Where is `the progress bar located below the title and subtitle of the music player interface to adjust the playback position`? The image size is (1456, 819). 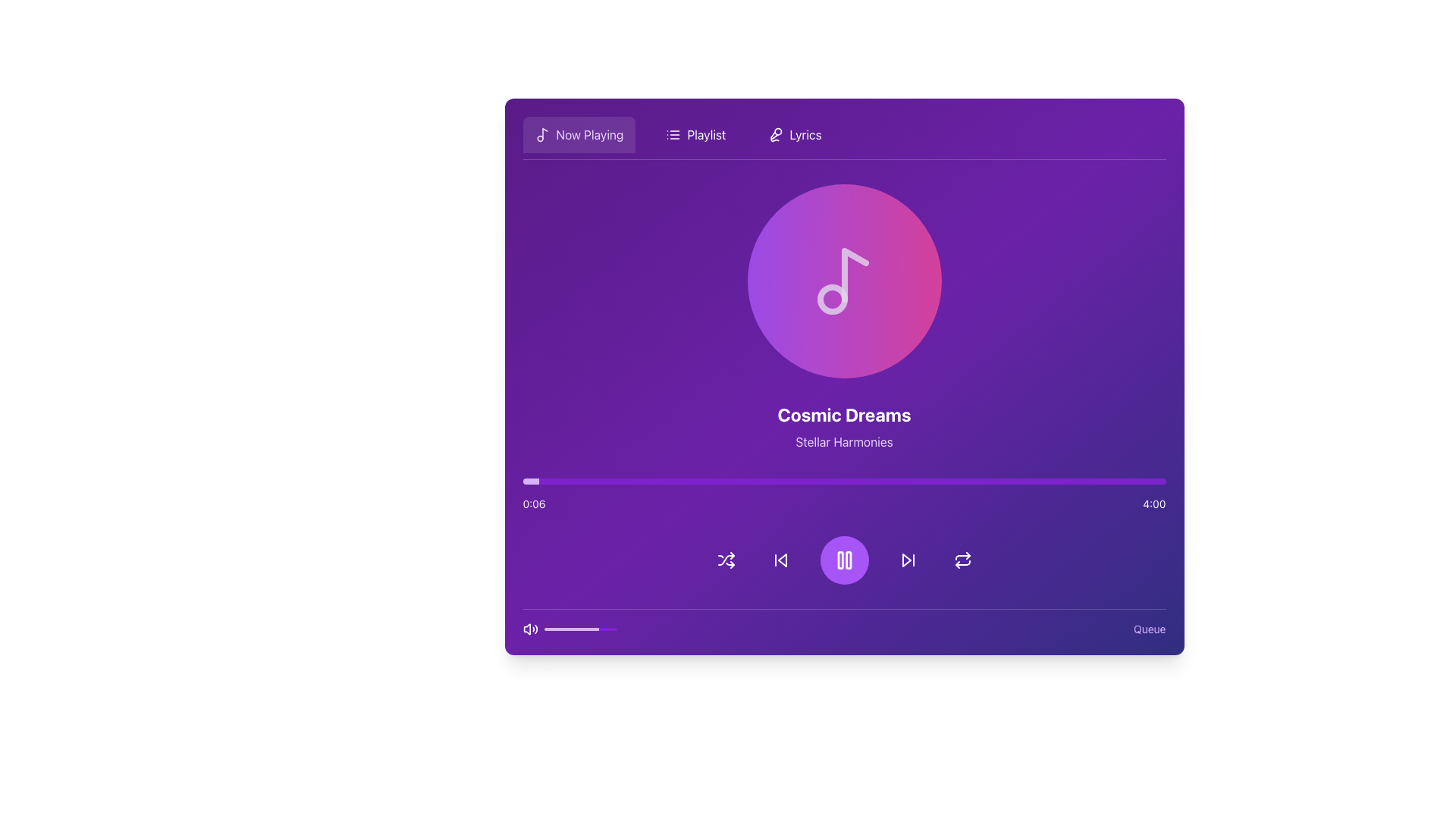 the progress bar located below the title and subtitle of the music player interface to adjust the playback position is located at coordinates (843, 494).